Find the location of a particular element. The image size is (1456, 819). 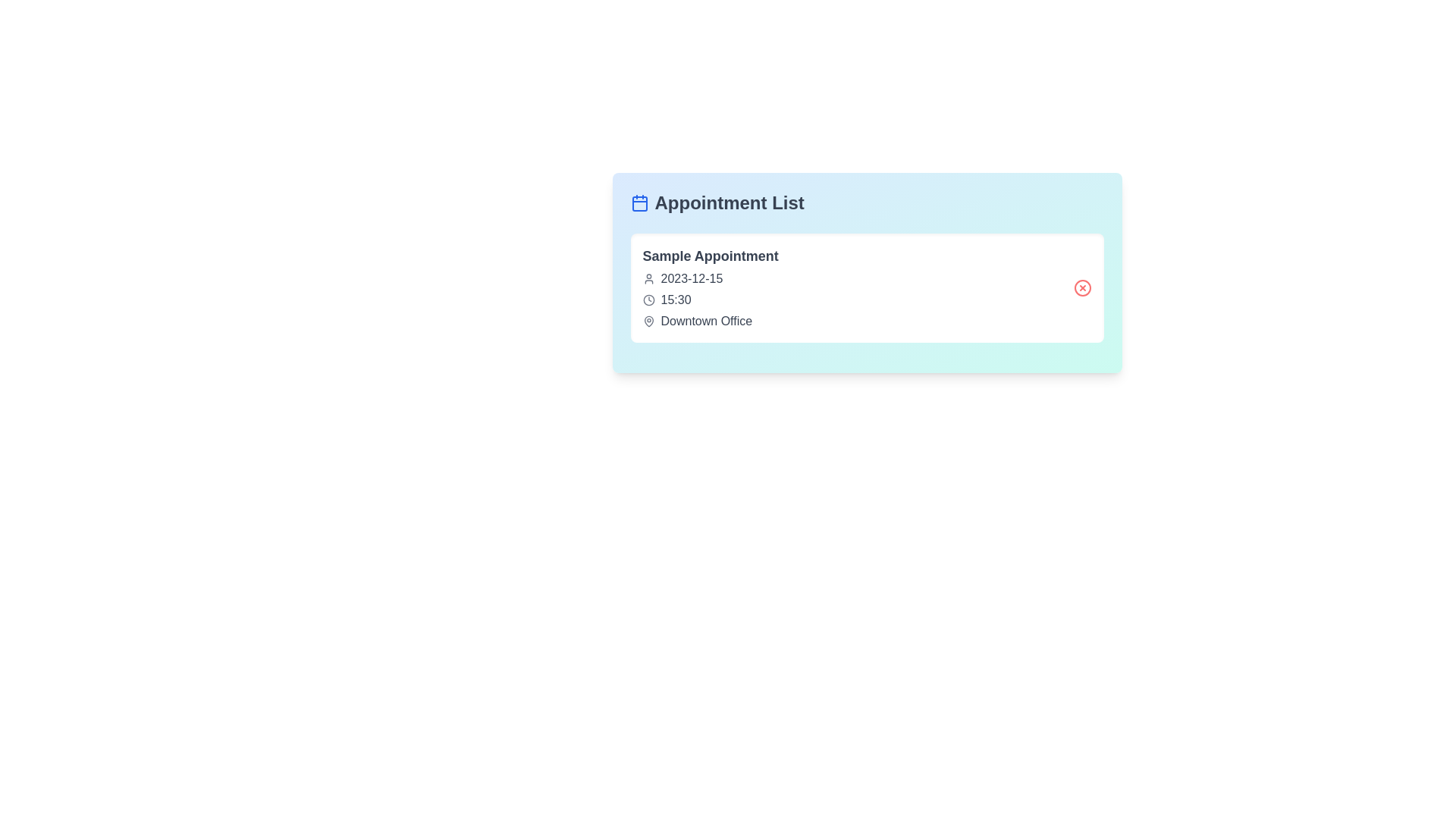

the map pin icon representing the location for 'Downtown Office' in the appointment card is located at coordinates (648, 321).